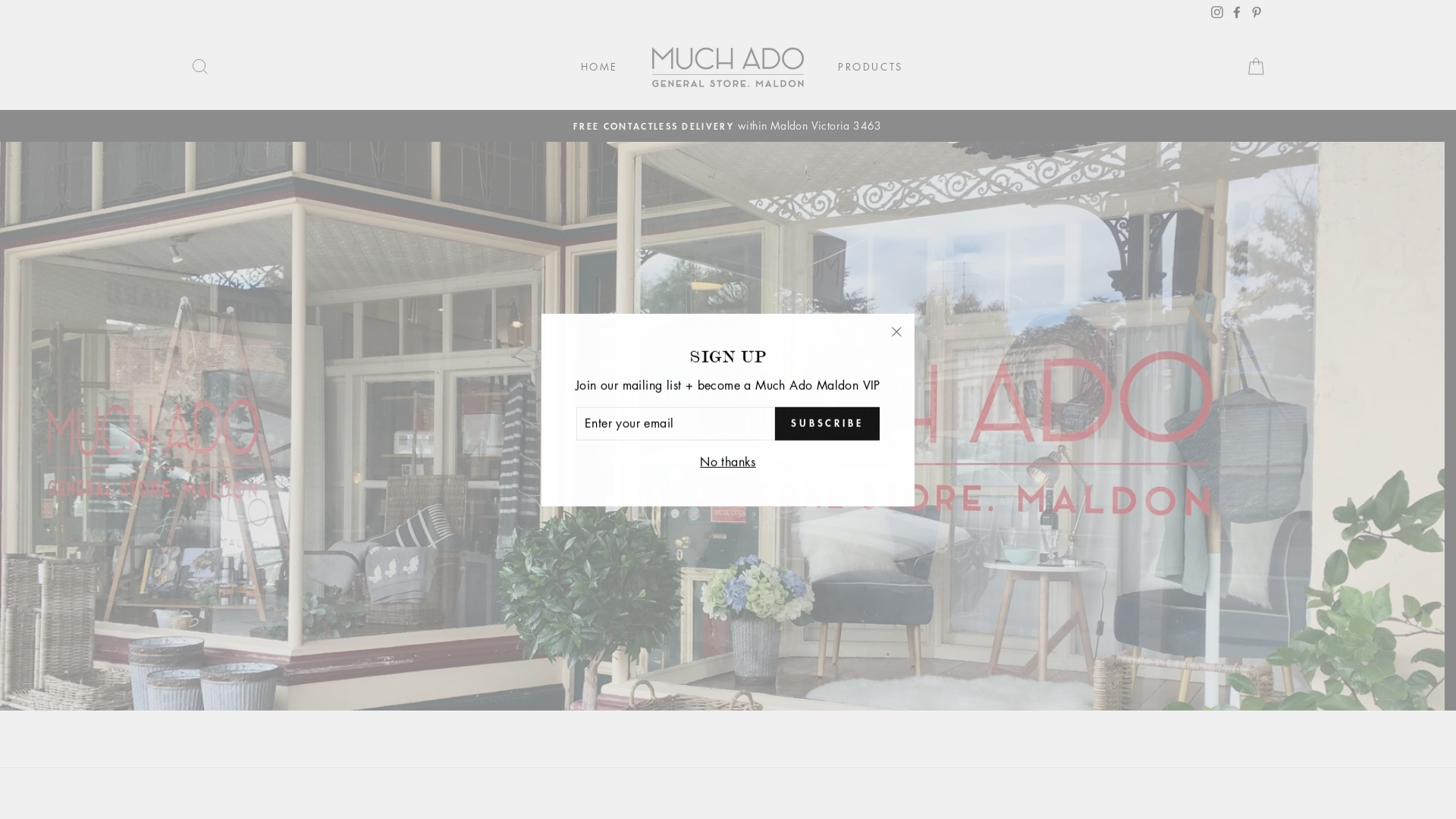 Image resolution: width=1456 pixels, height=819 pixels. What do you see at coordinates (1249, 66) in the screenshot?
I see `'CART'` at bounding box center [1249, 66].